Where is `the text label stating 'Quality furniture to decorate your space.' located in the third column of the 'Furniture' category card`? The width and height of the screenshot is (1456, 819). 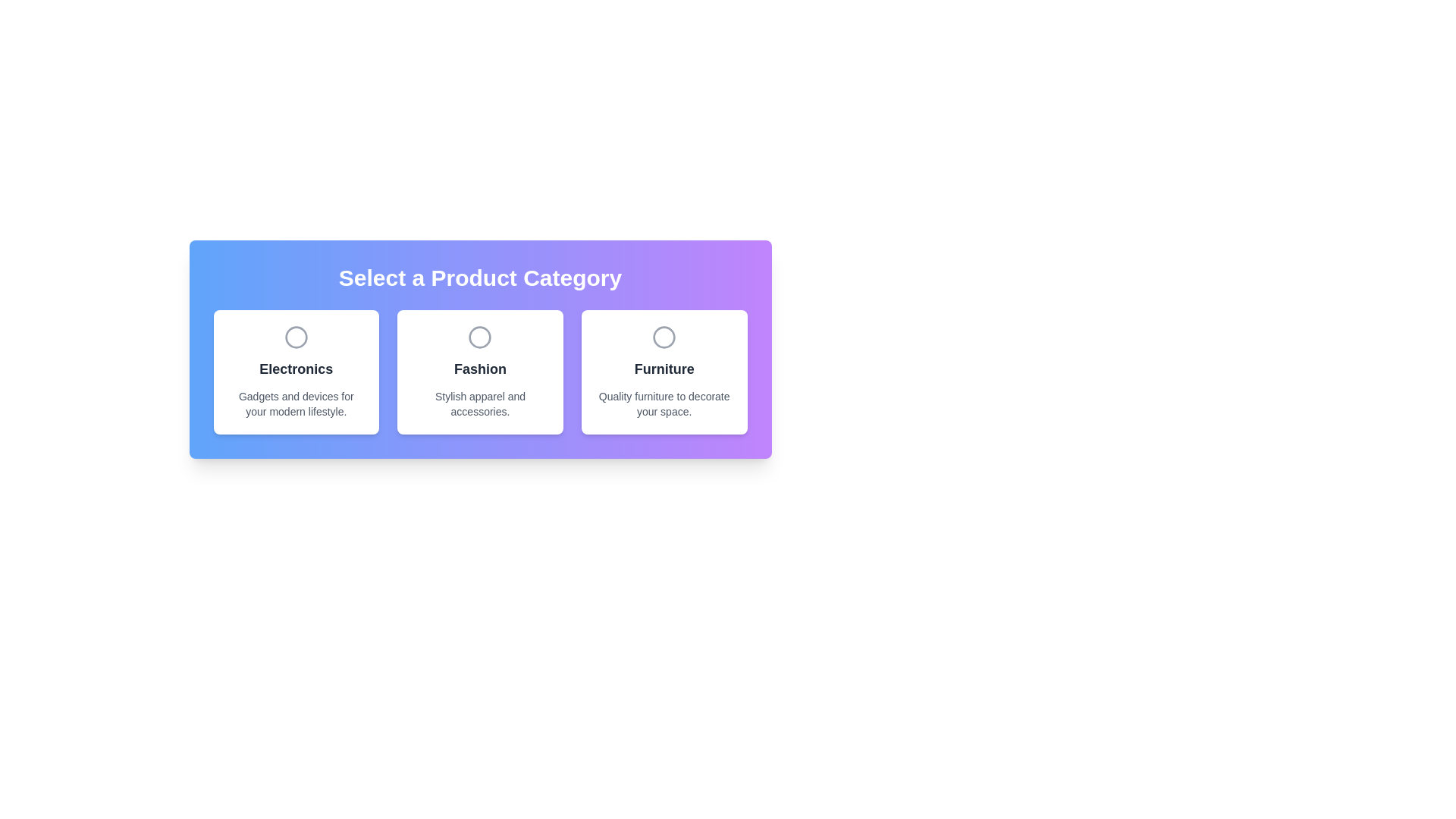 the text label stating 'Quality furniture to decorate your space.' located in the third column of the 'Furniture' category card is located at coordinates (664, 403).